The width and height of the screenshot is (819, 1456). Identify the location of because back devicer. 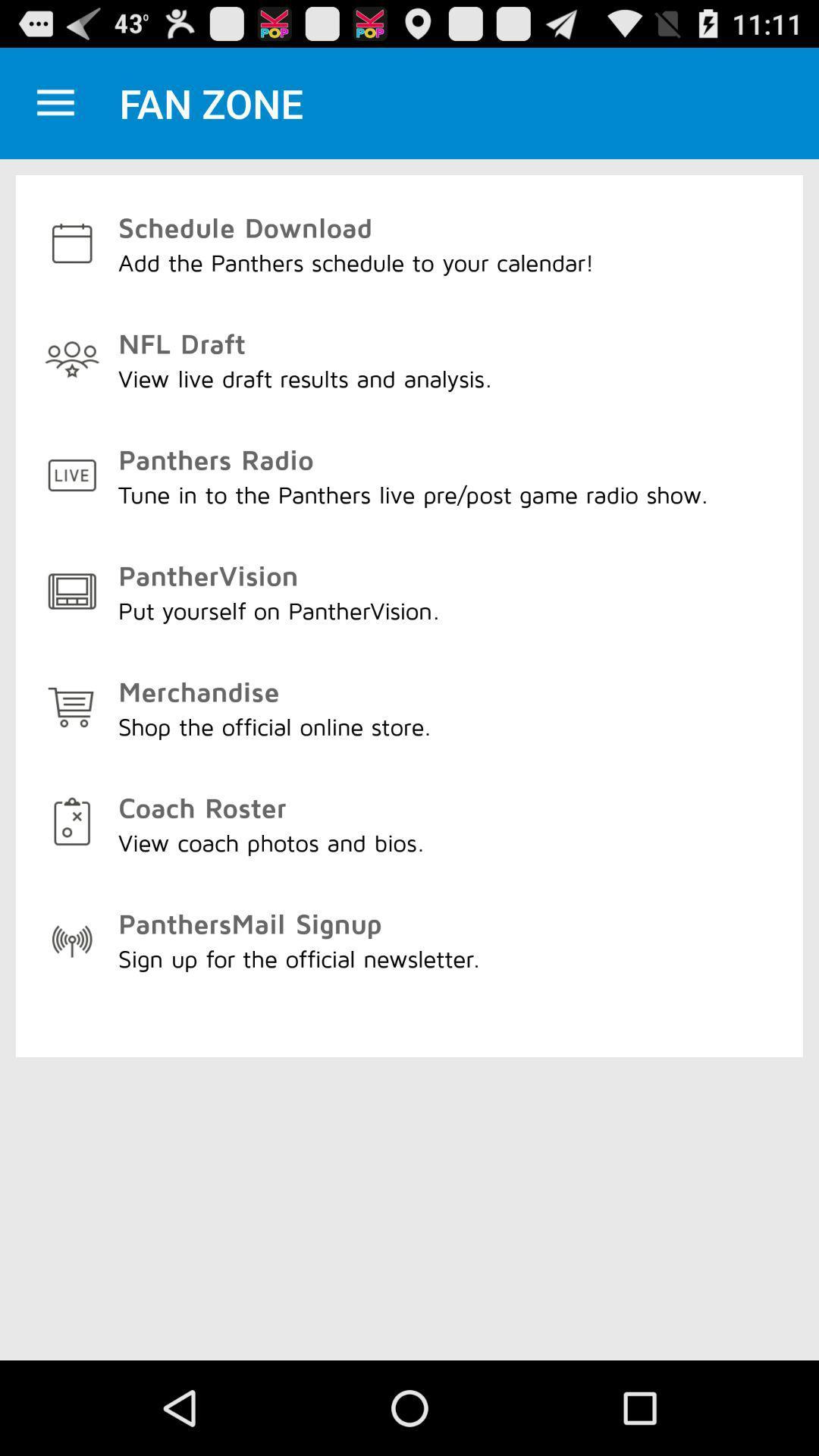
(55, 102).